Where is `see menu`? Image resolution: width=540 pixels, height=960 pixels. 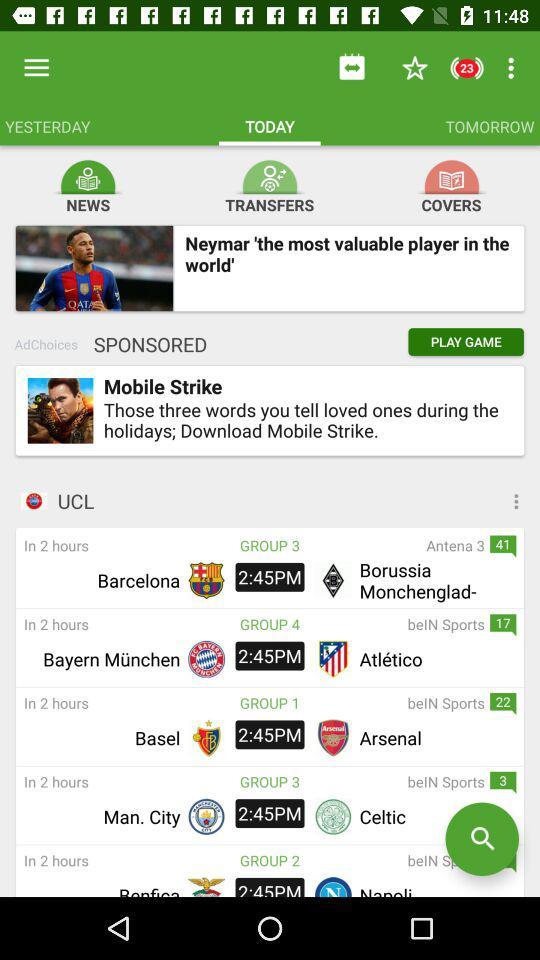
see menu is located at coordinates (441, 500).